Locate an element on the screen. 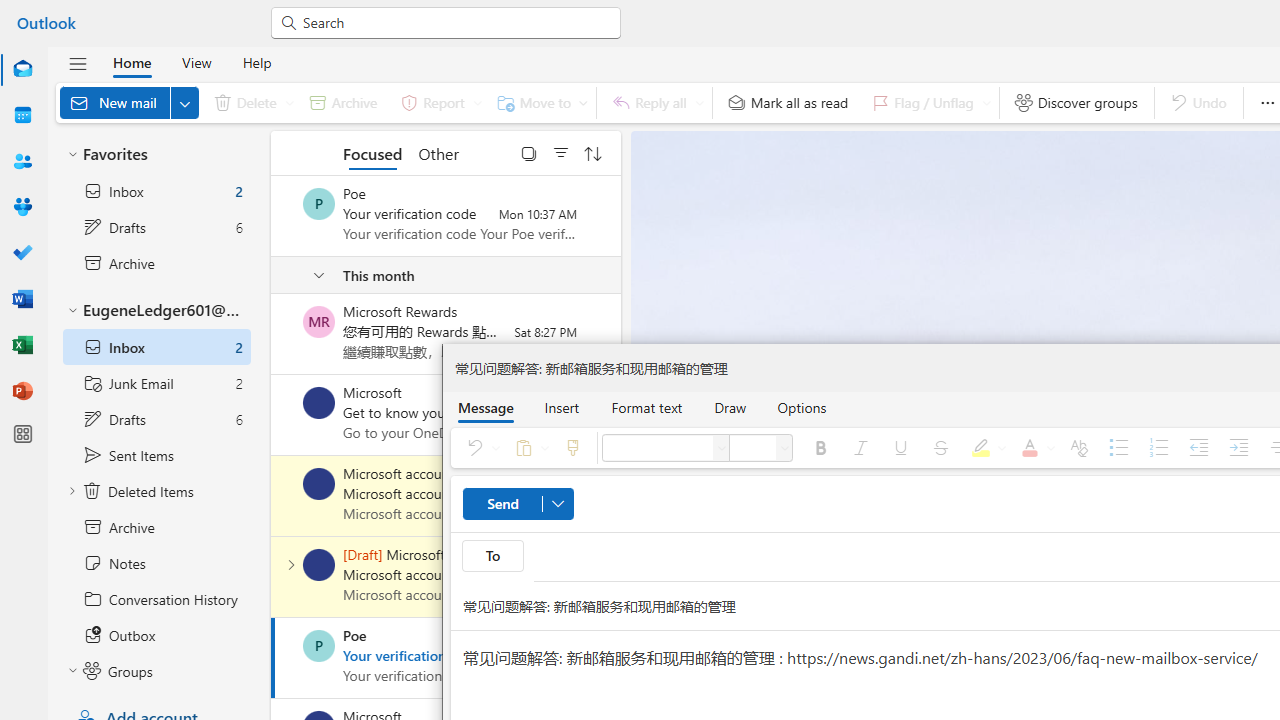 The height and width of the screenshot is (720, 1280). 'Message' is located at coordinates (485, 406).